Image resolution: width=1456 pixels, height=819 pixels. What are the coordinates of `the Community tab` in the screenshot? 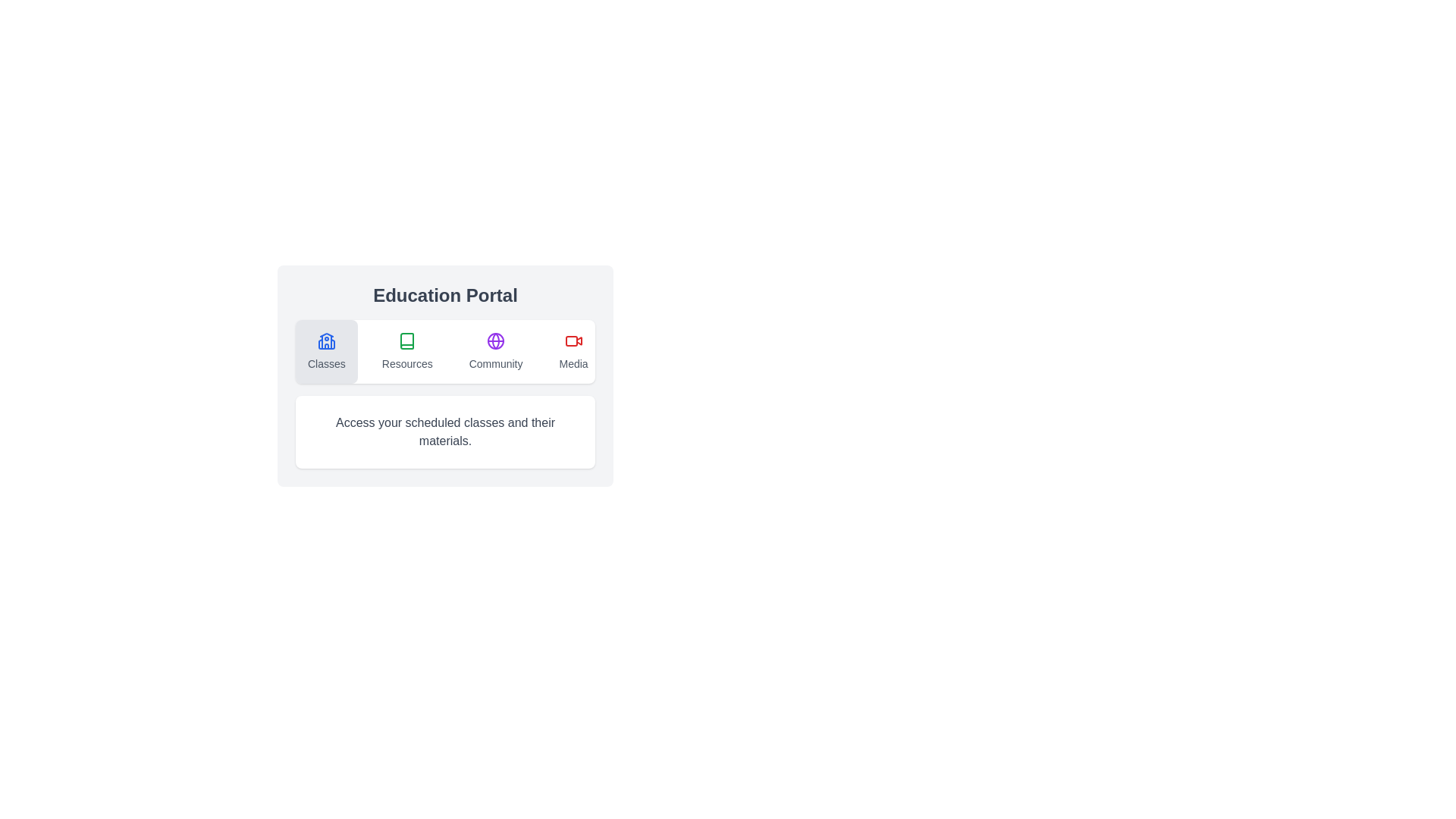 It's located at (495, 351).